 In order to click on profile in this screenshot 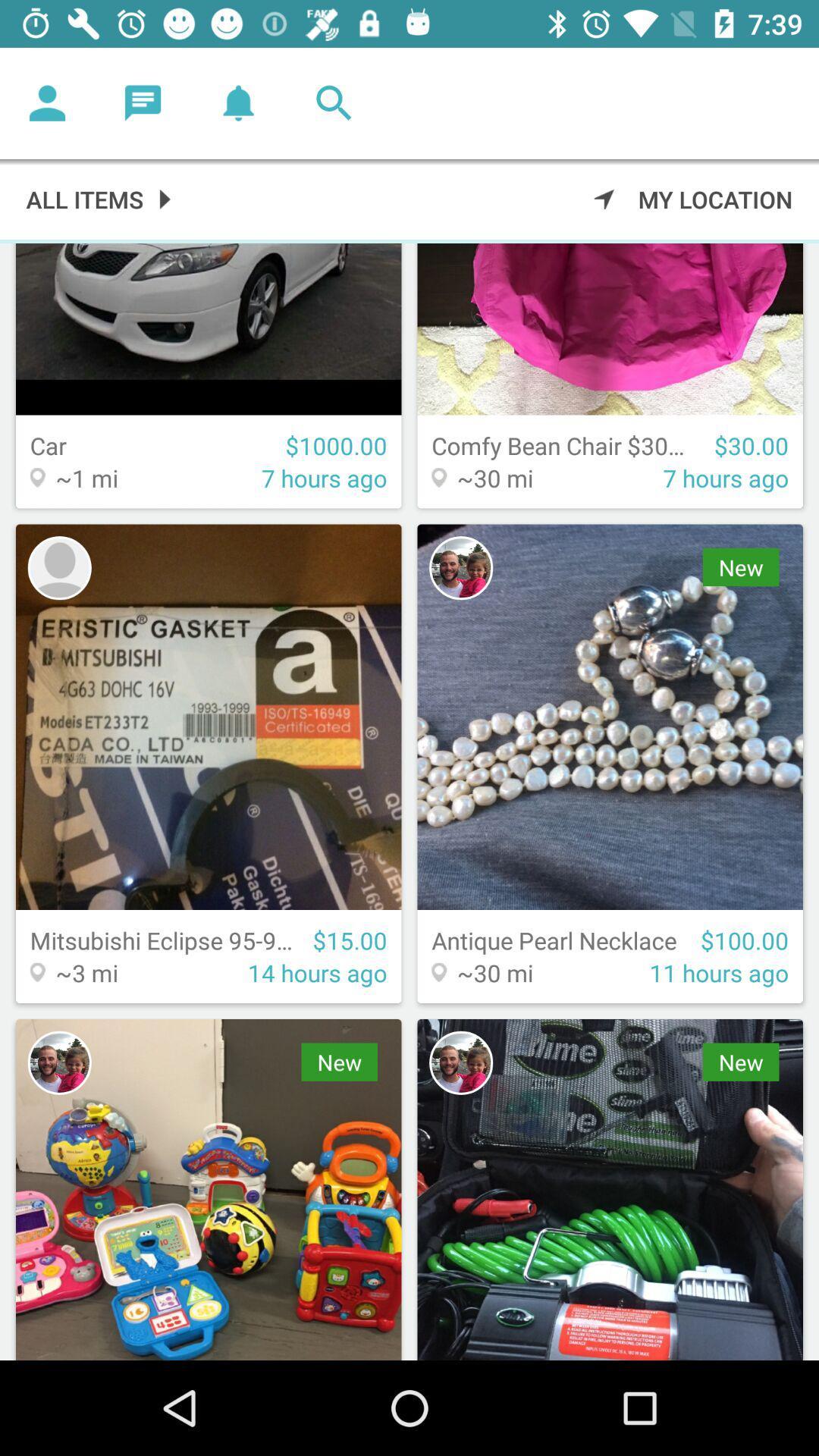, I will do `click(46, 102)`.